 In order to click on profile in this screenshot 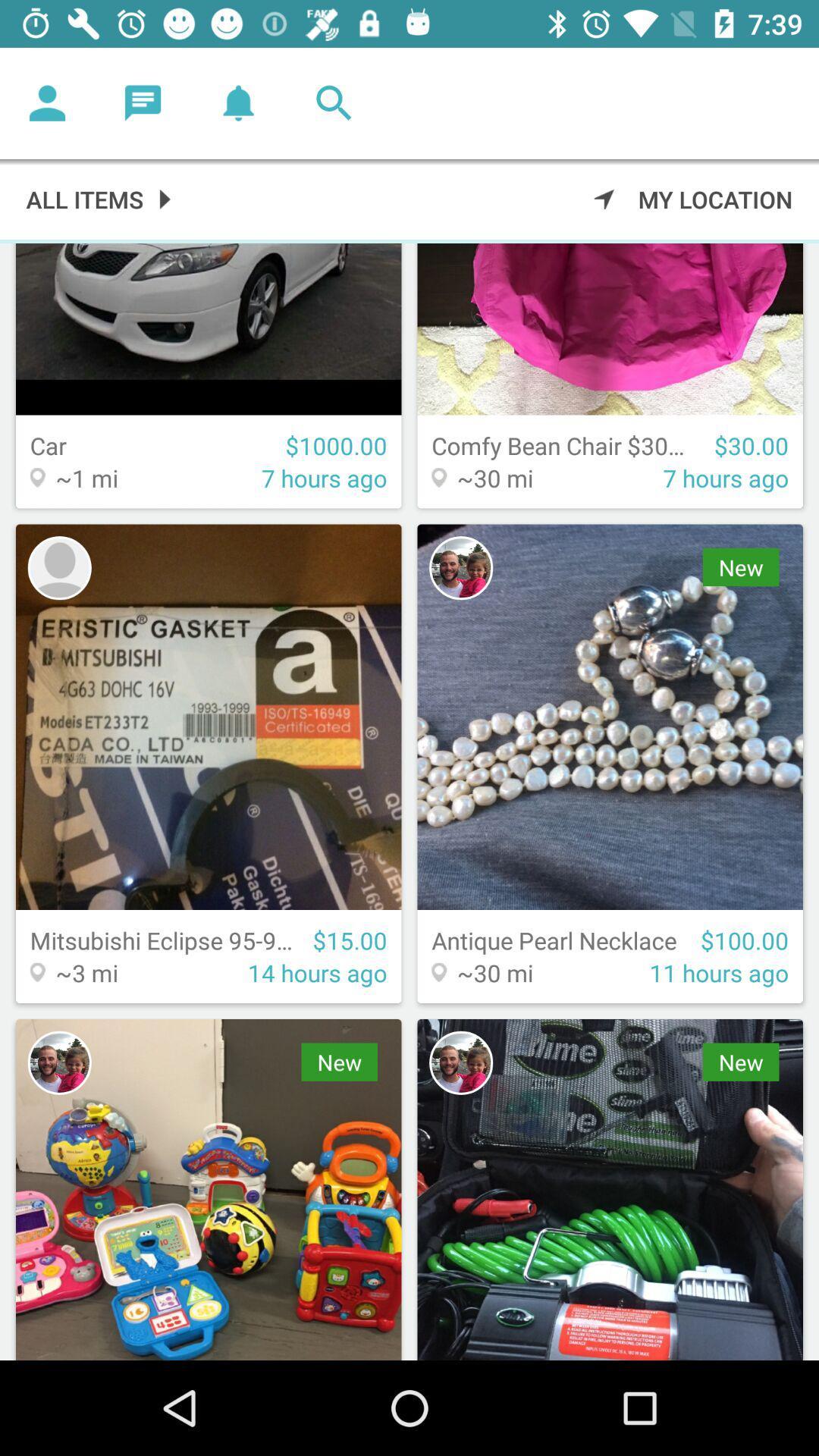, I will do `click(46, 102)`.